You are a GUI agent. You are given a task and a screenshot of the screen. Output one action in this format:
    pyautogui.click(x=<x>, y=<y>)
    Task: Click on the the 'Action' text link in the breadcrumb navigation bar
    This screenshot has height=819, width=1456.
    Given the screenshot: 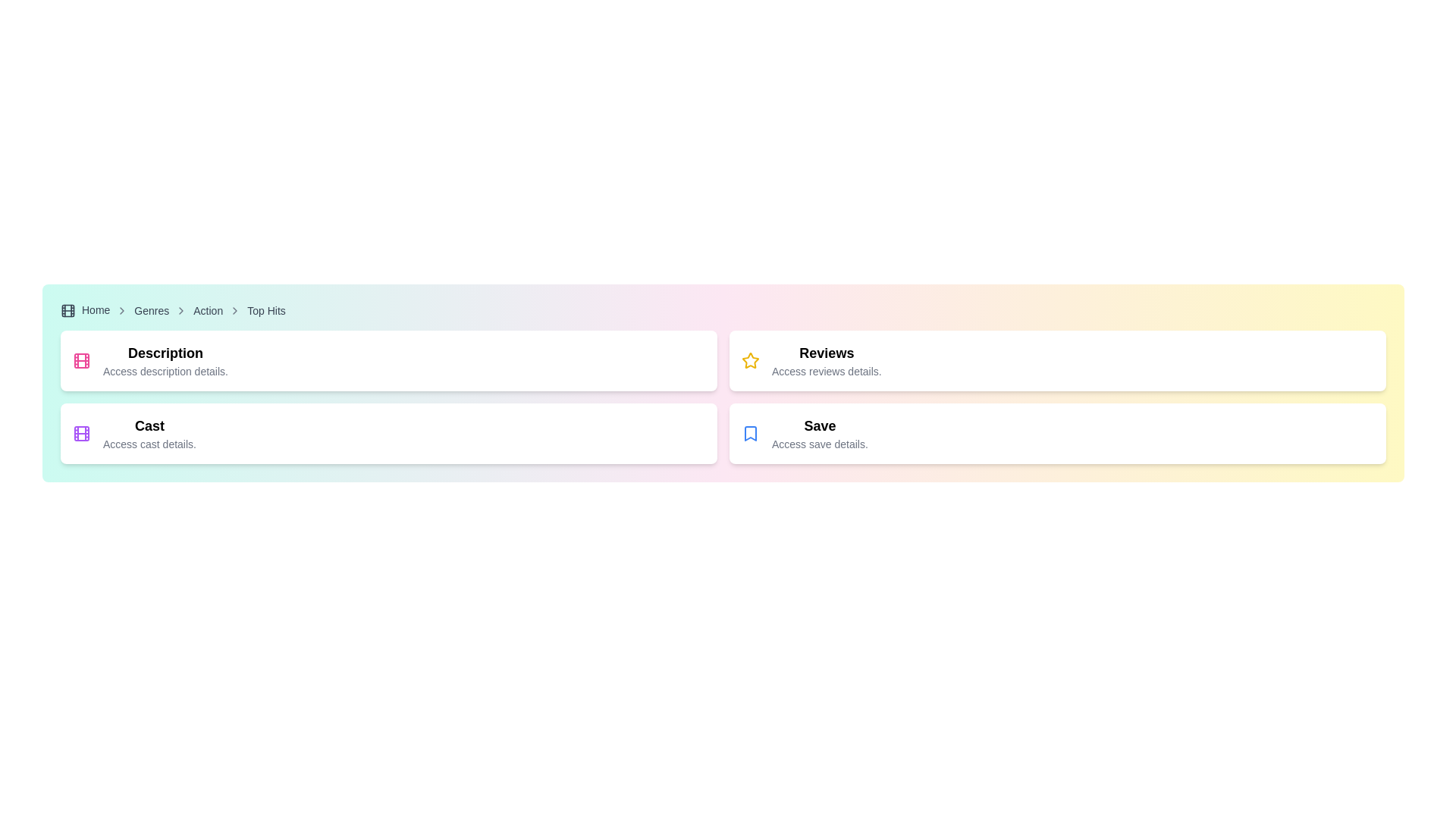 What is the action you would take?
    pyautogui.click(x=207, y=309)
    